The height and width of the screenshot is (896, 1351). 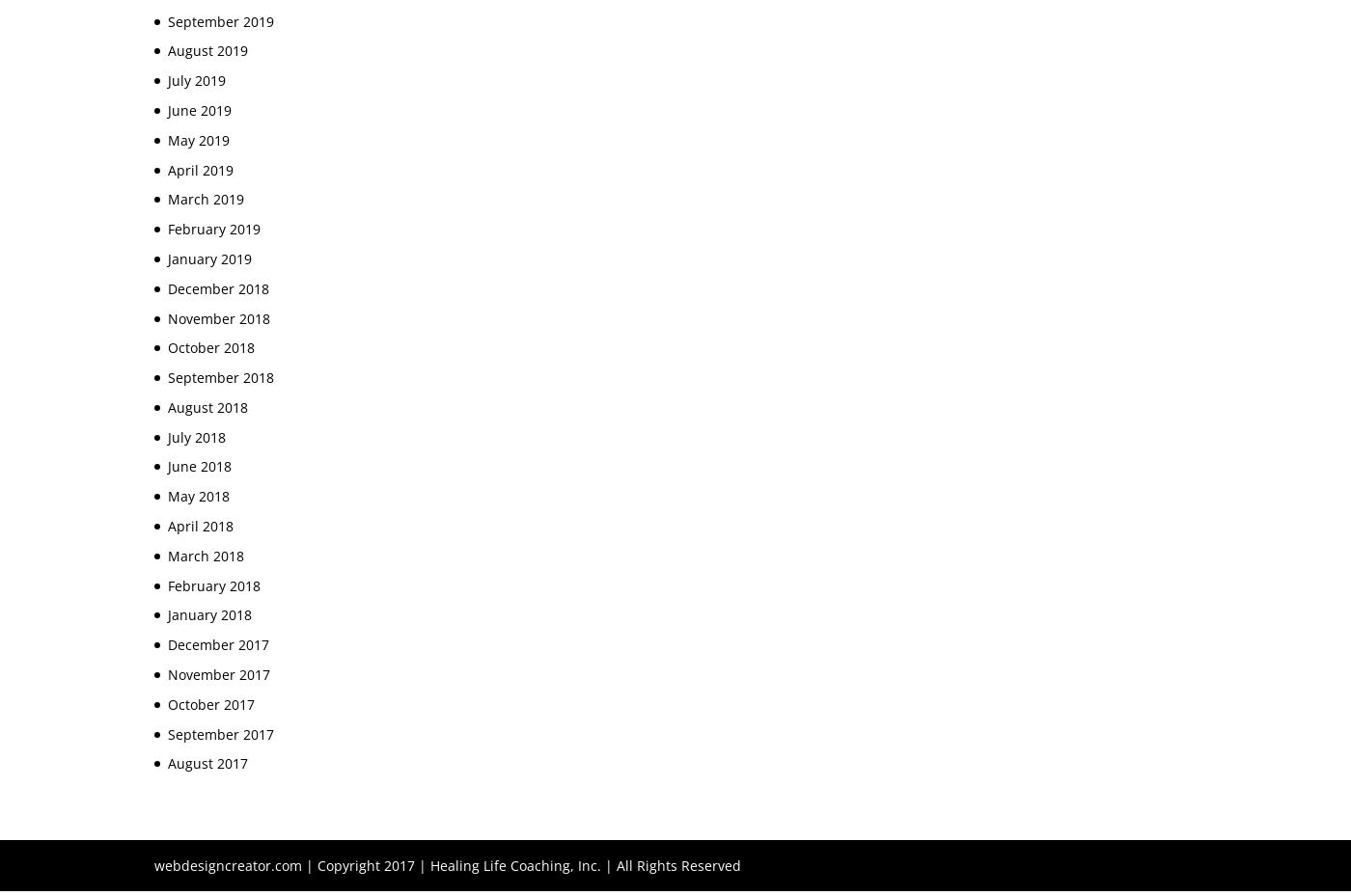 What do you see at coordinates (207, 49) in the screenshot?
I see `'August 2019'` at bounding box center [207, 49].